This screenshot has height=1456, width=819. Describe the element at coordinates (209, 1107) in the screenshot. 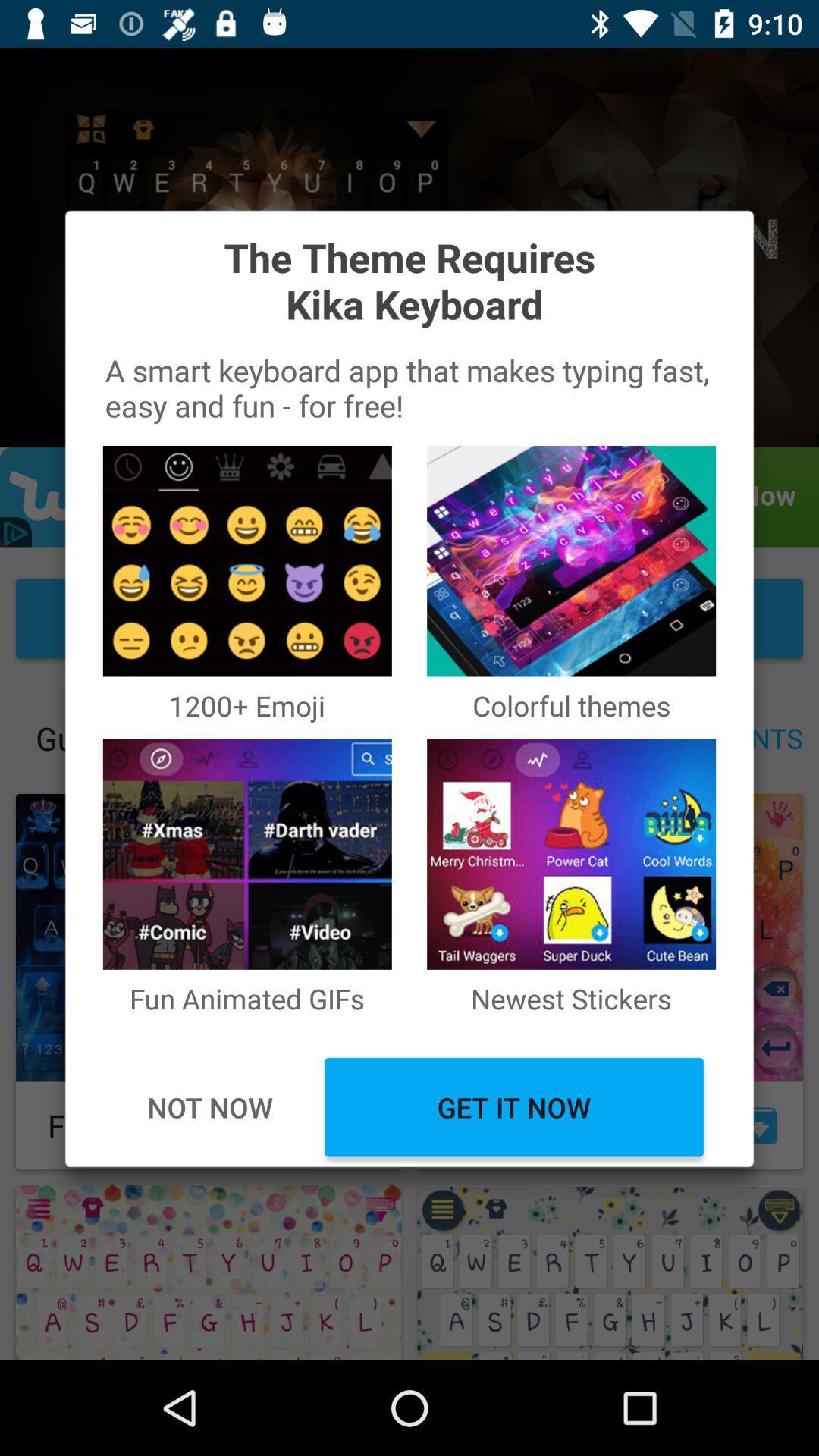

I see `item to the left of the get it now` at that location.